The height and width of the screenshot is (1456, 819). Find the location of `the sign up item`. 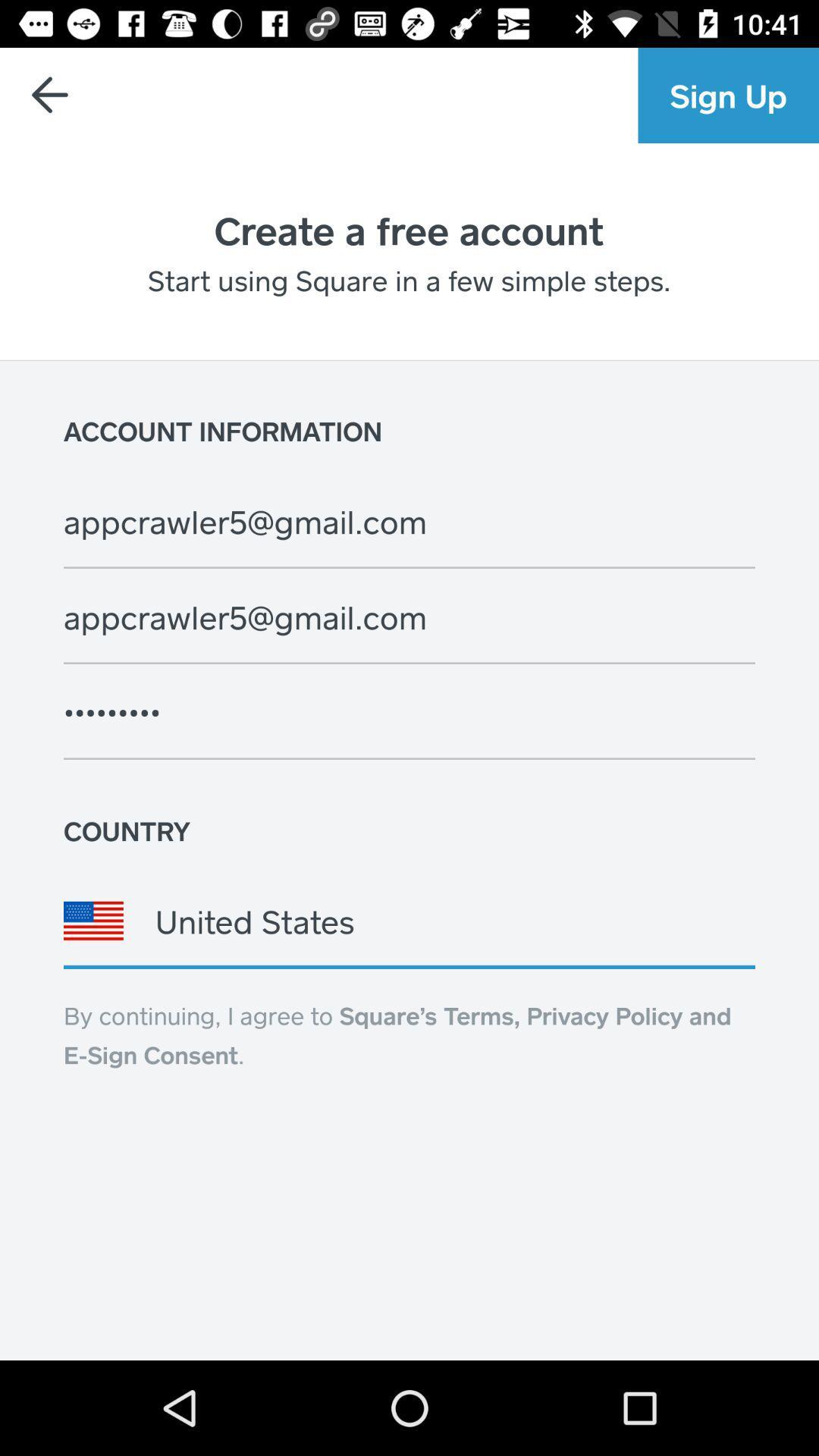

the sign up item is located at coordinates (727, 94).